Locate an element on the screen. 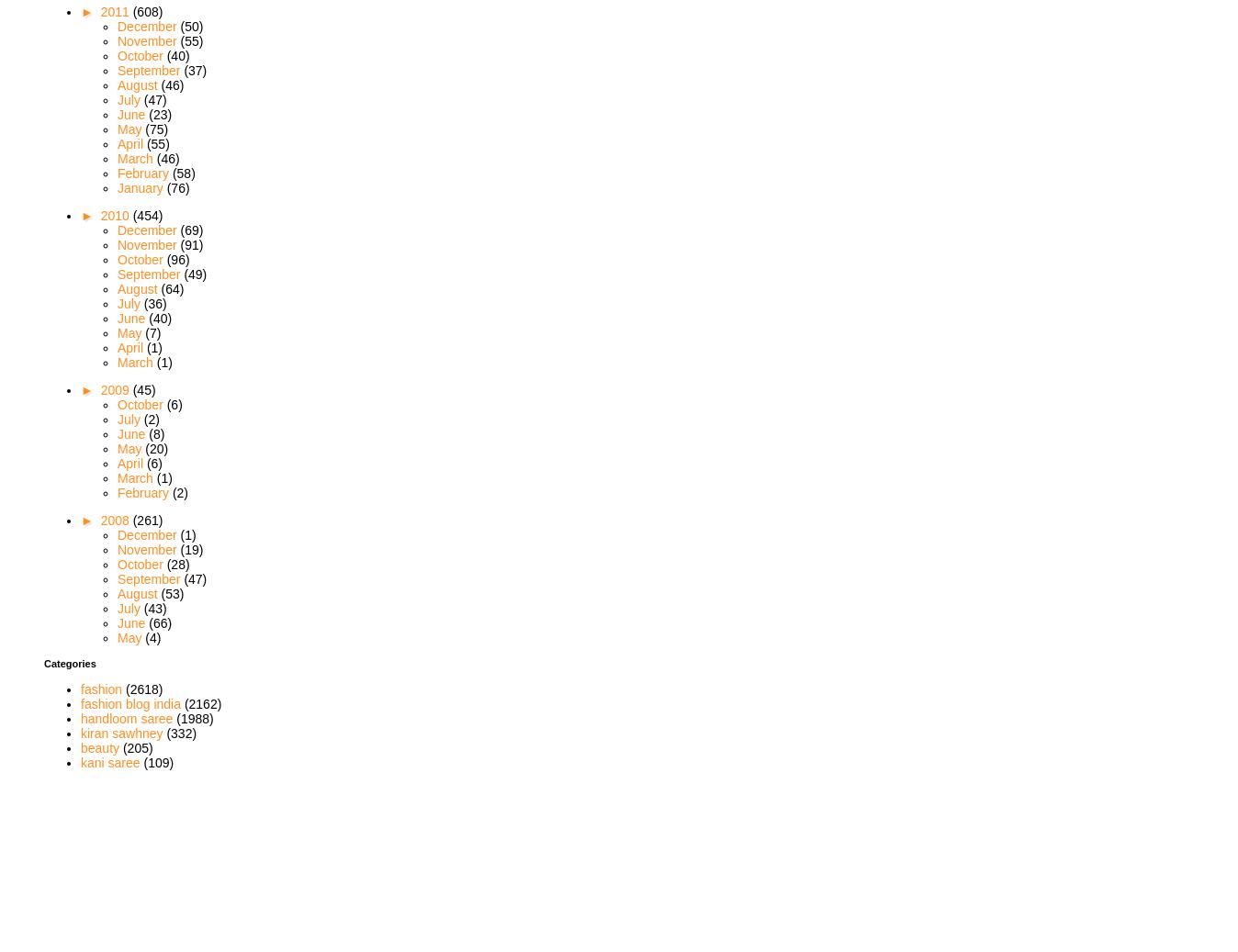  '(454)' is located at coordinates (146, 214).